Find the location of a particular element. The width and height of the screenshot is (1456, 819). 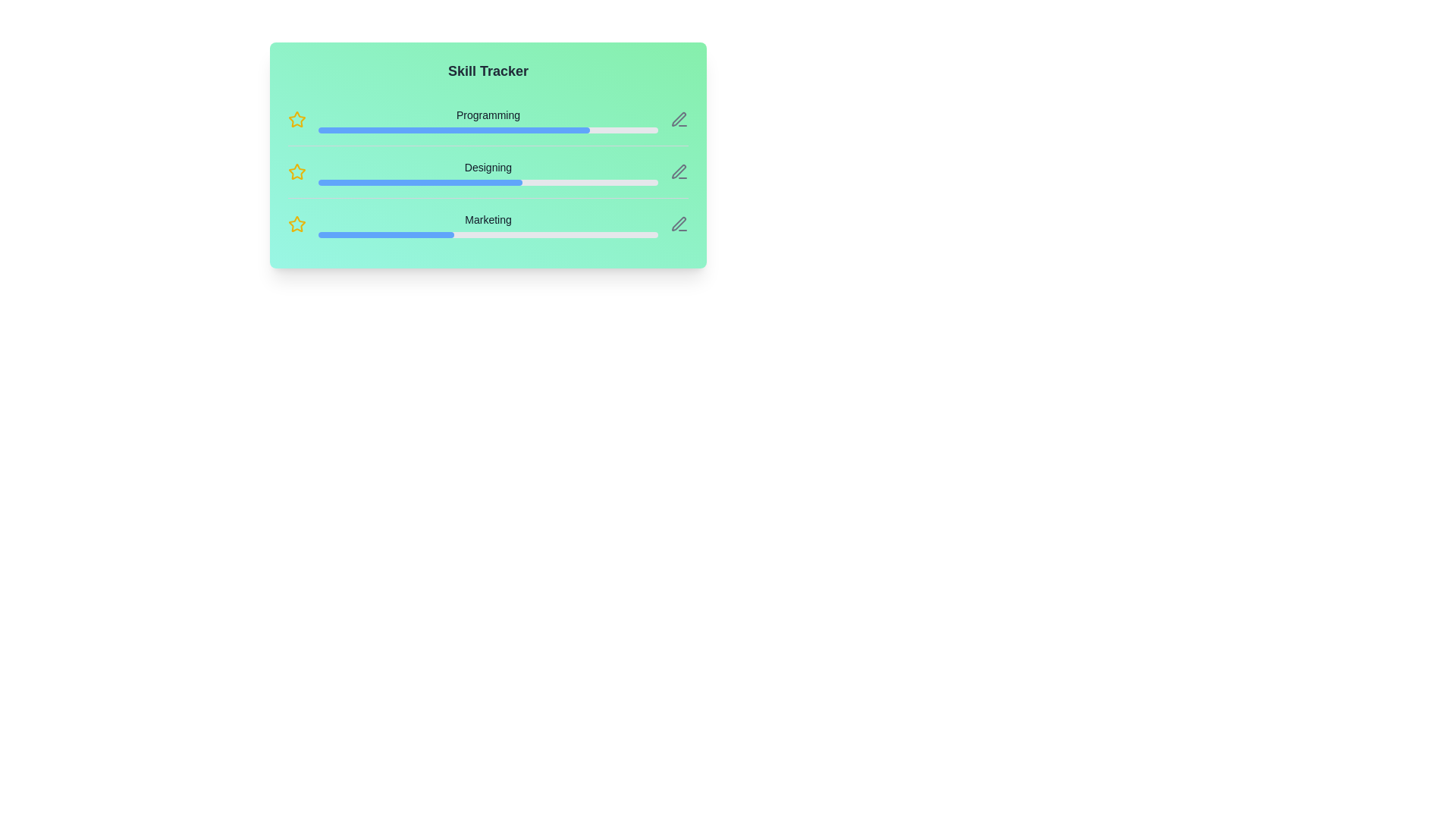

the edit icon next to the skill Marketing is located at coordinates (679, 224).